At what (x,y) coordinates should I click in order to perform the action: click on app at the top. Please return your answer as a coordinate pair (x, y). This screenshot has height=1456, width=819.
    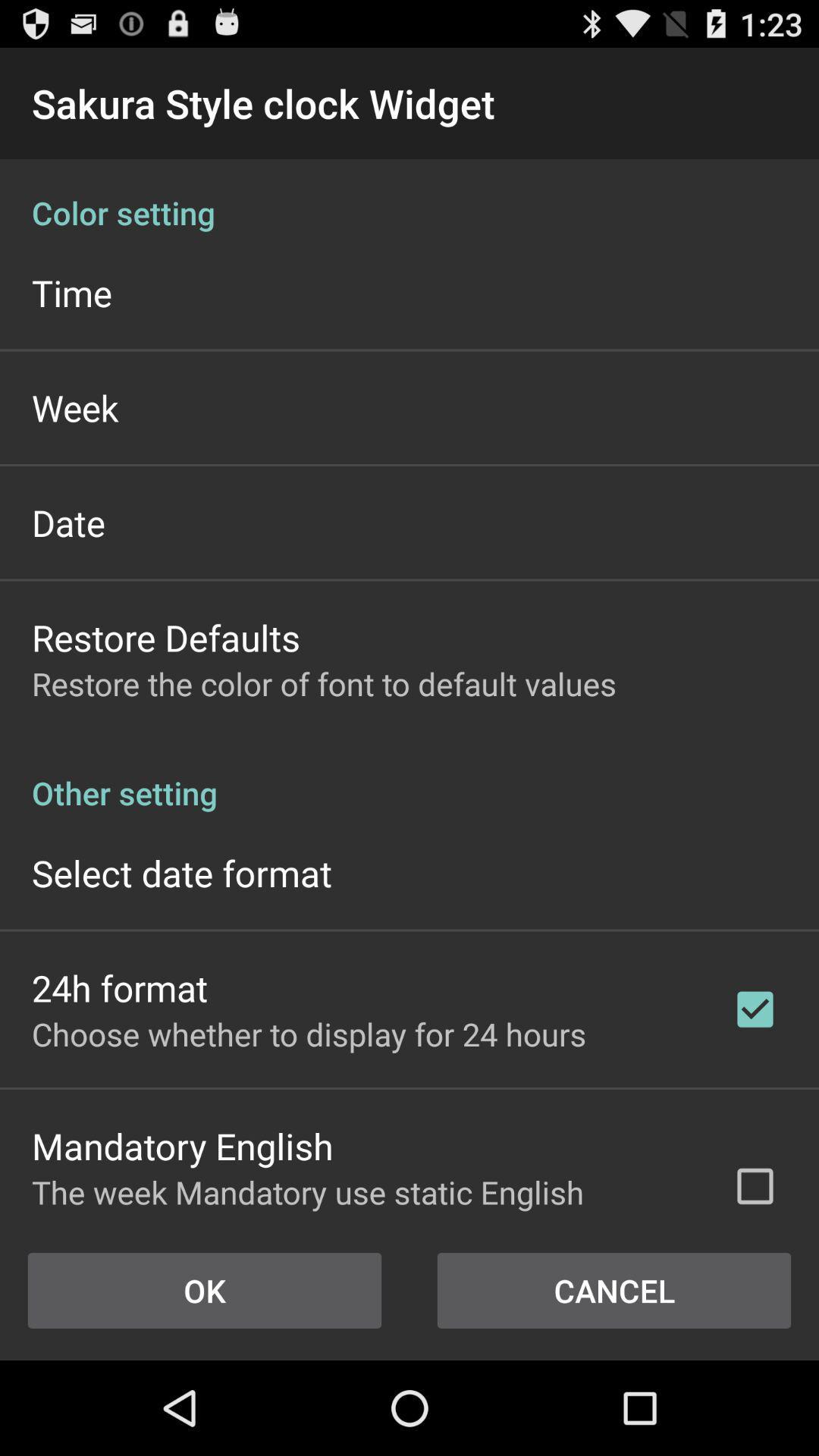
    Looking at the image, I should click on (409, 196).